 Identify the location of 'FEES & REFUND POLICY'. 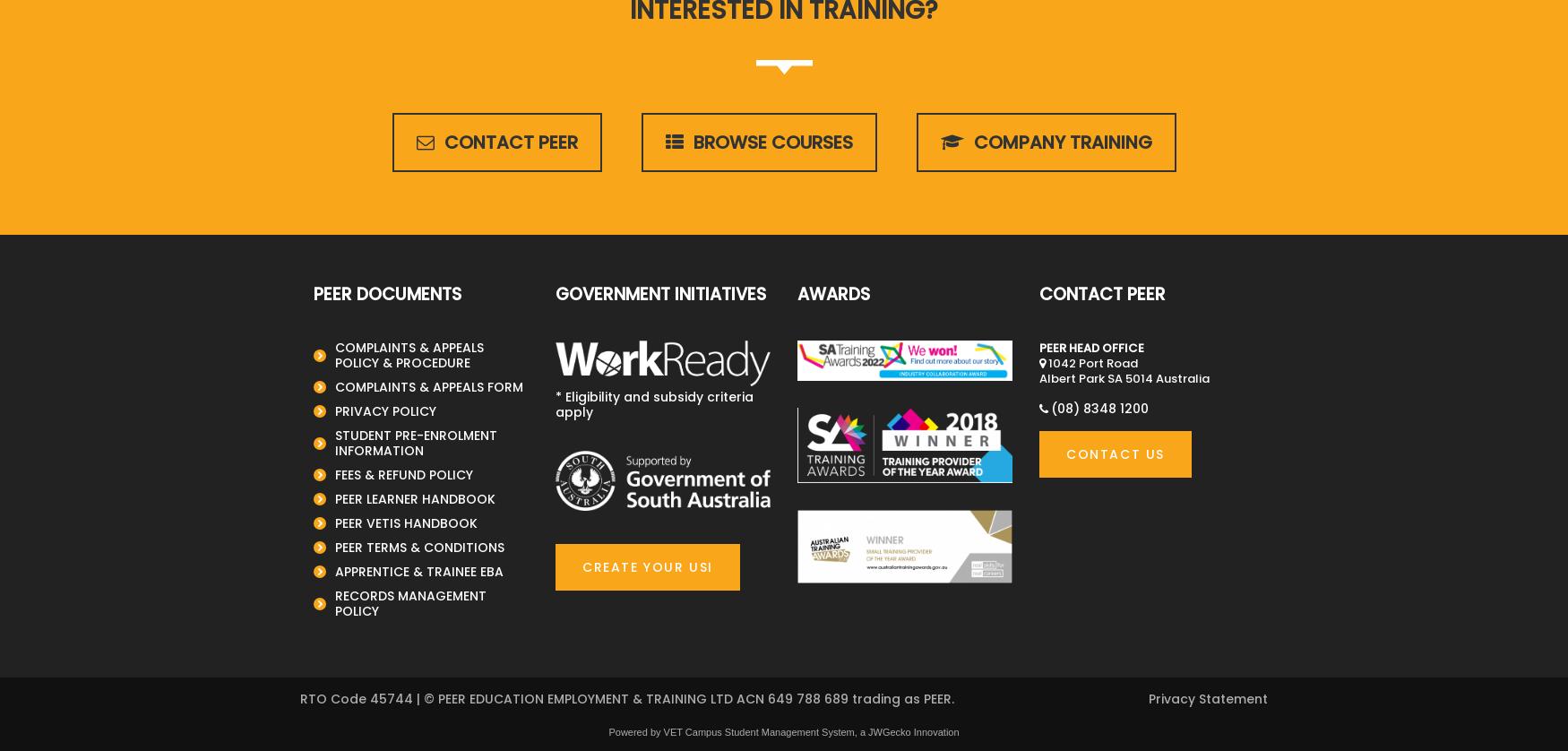
(334, 474).